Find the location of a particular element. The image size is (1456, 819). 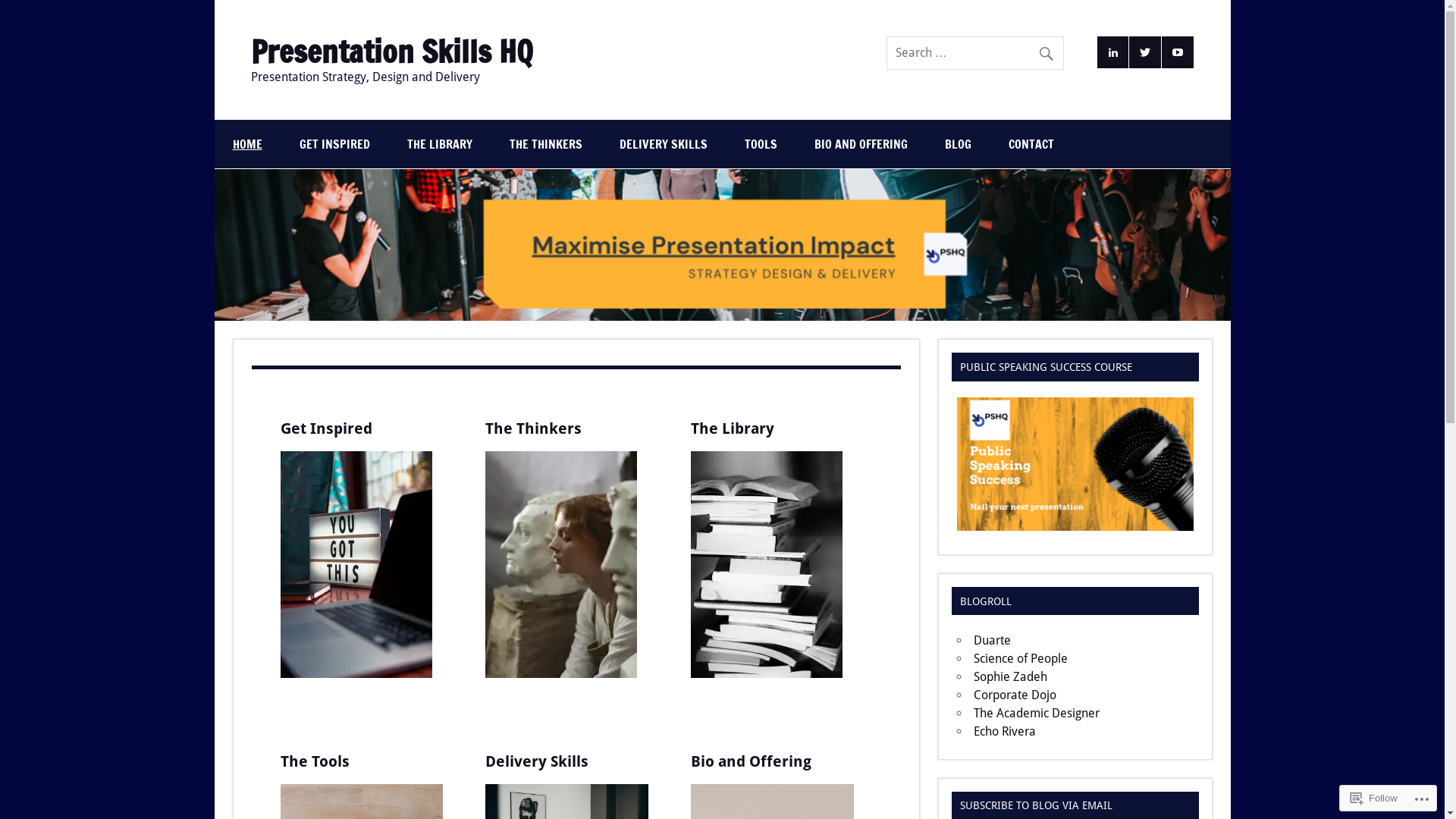

'The Library' is located at coordinates (732, 428).